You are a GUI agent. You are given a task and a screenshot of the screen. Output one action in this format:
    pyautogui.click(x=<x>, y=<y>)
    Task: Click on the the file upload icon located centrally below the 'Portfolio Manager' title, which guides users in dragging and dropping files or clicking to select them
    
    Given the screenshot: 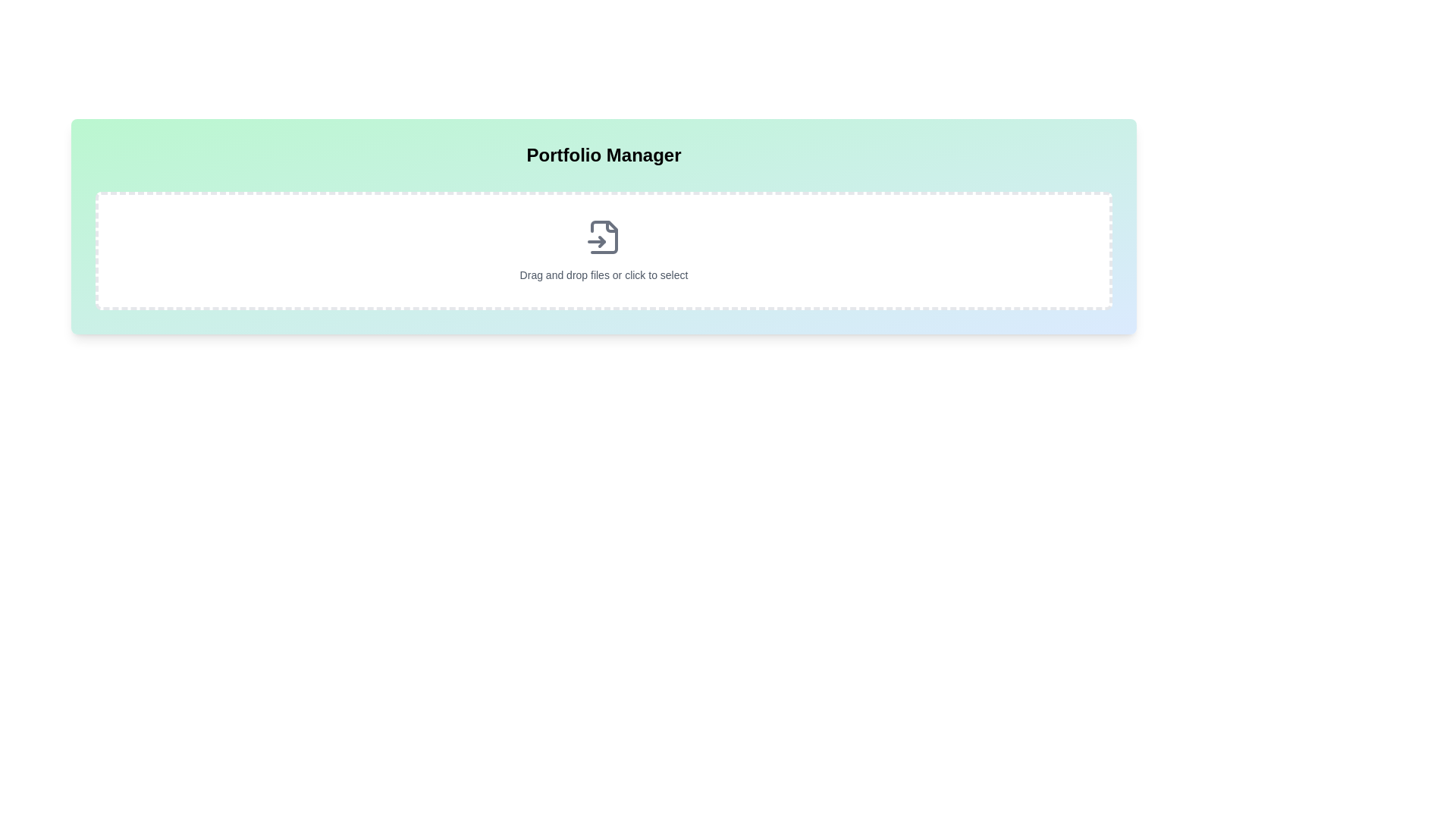 What is the action you would take?
    pyautogui.click(x=603, y=237)
    